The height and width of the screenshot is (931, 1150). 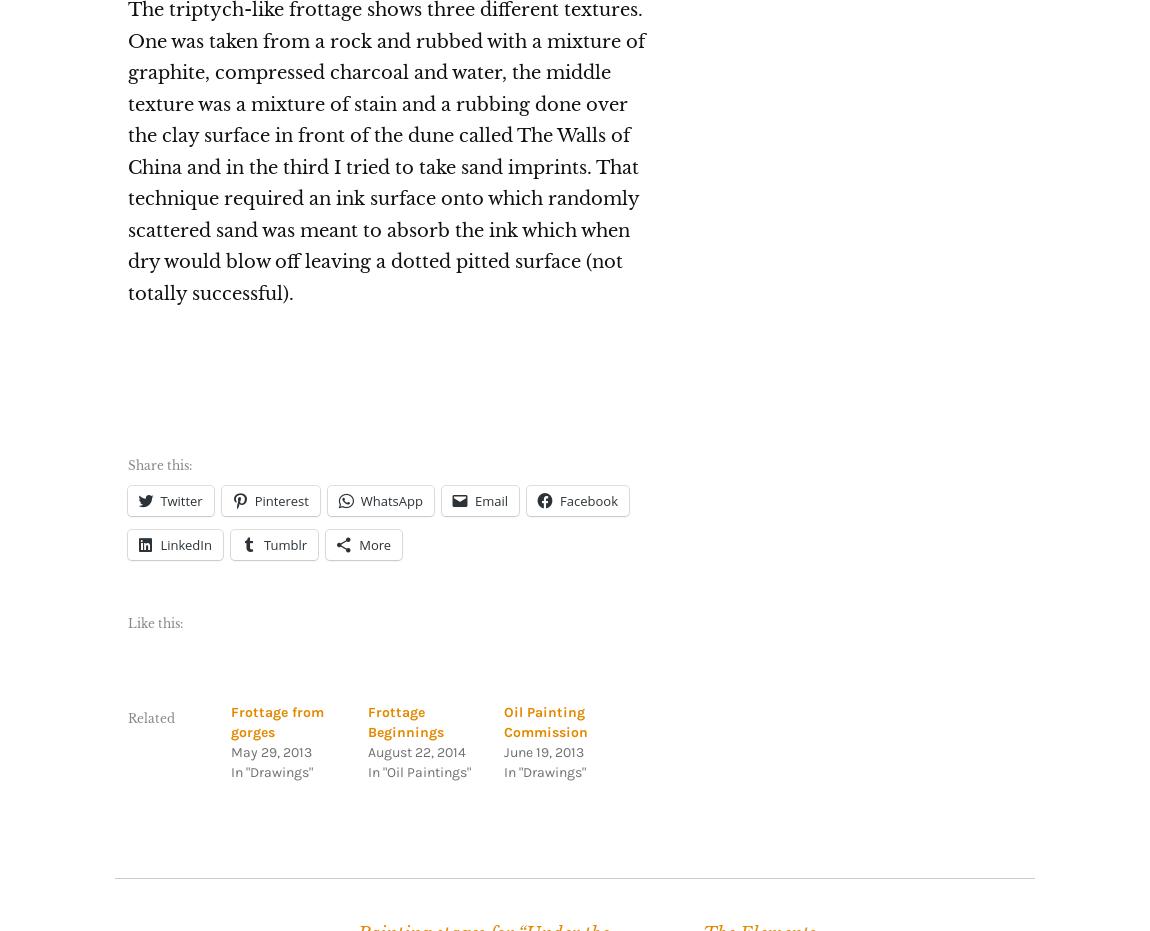 I want to click on 'LinkedIn', so click(x=158, y=542).